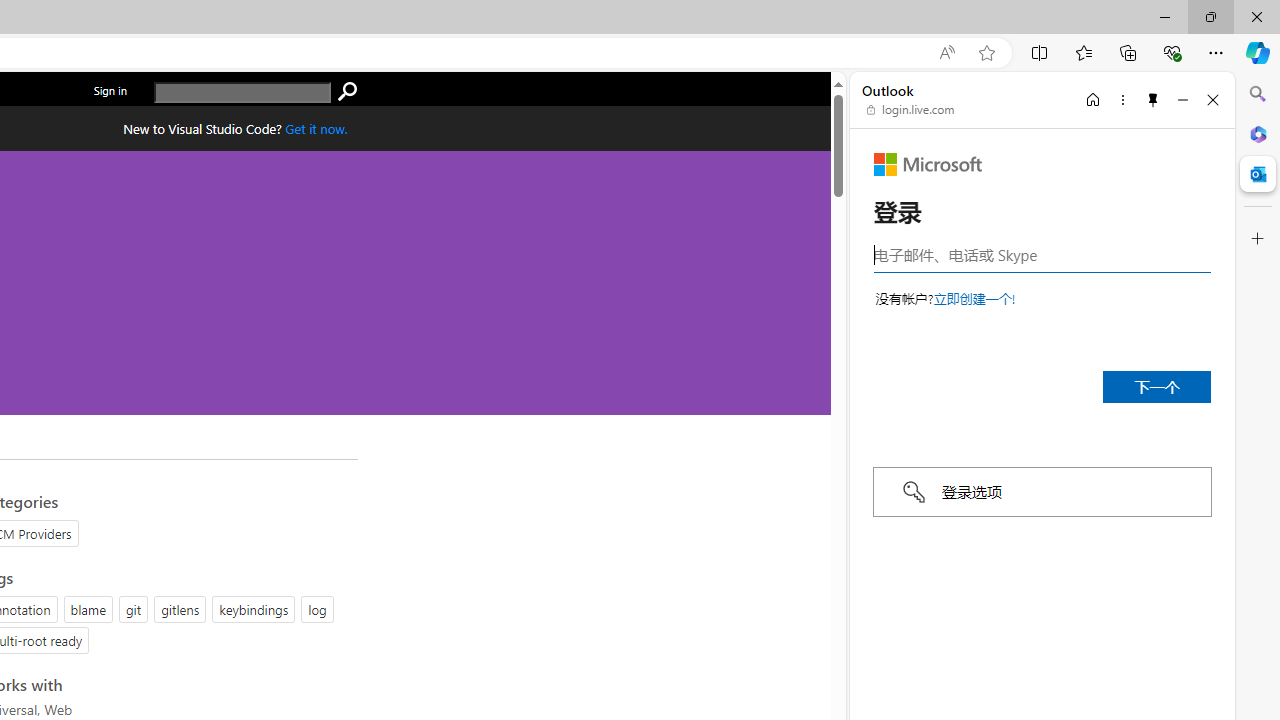 Image resolution: width=1280 pixels, height=720 pixels. Describe the element at coordinates (1153, 99) in the screenshot. I see `'Unpin side pane'` at that location.